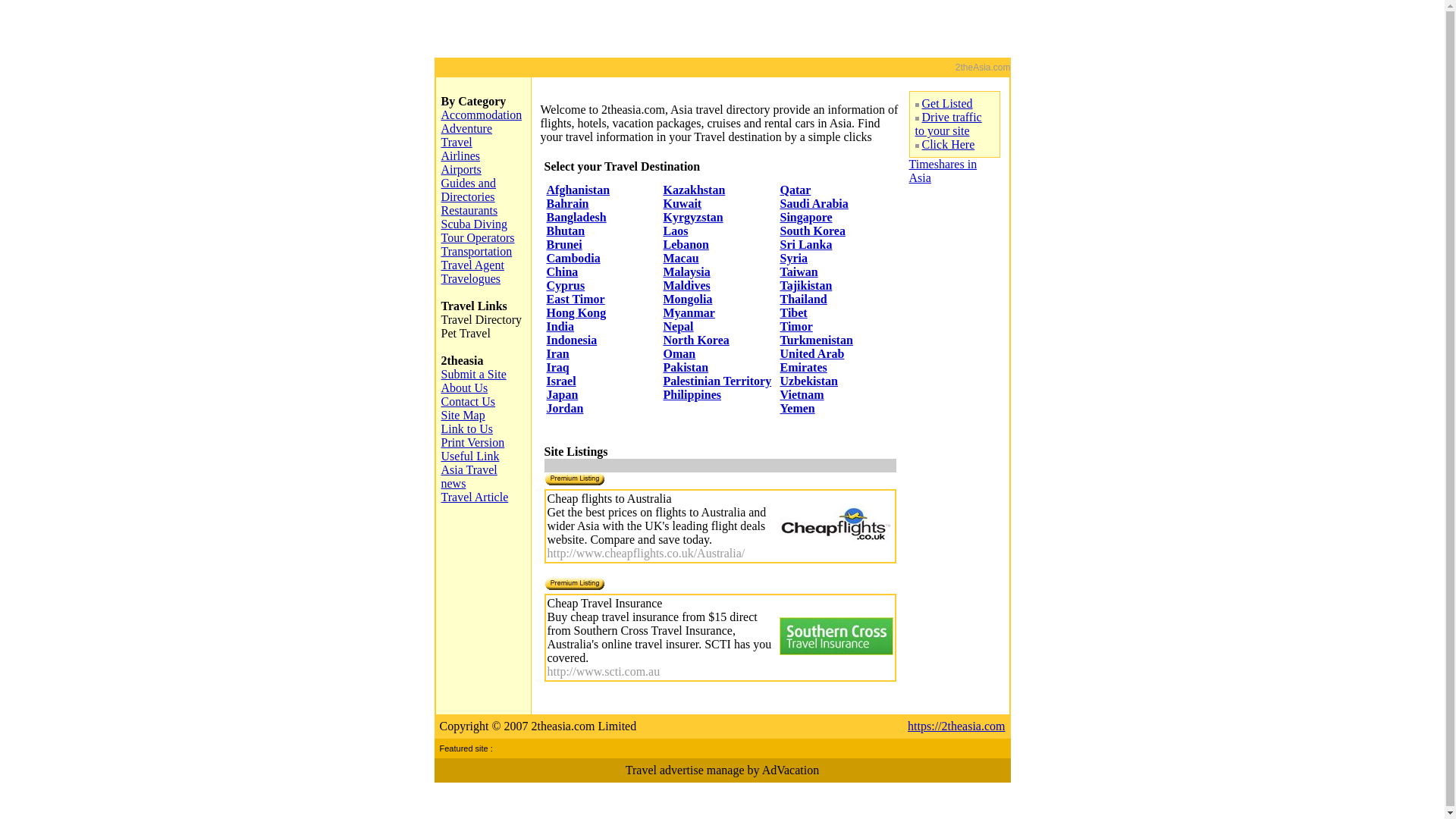 This screenshot has height=819, width=1456. Describe the element at coordinates (662, 325) in the screenshot. I see `'Nepal'` at that location.